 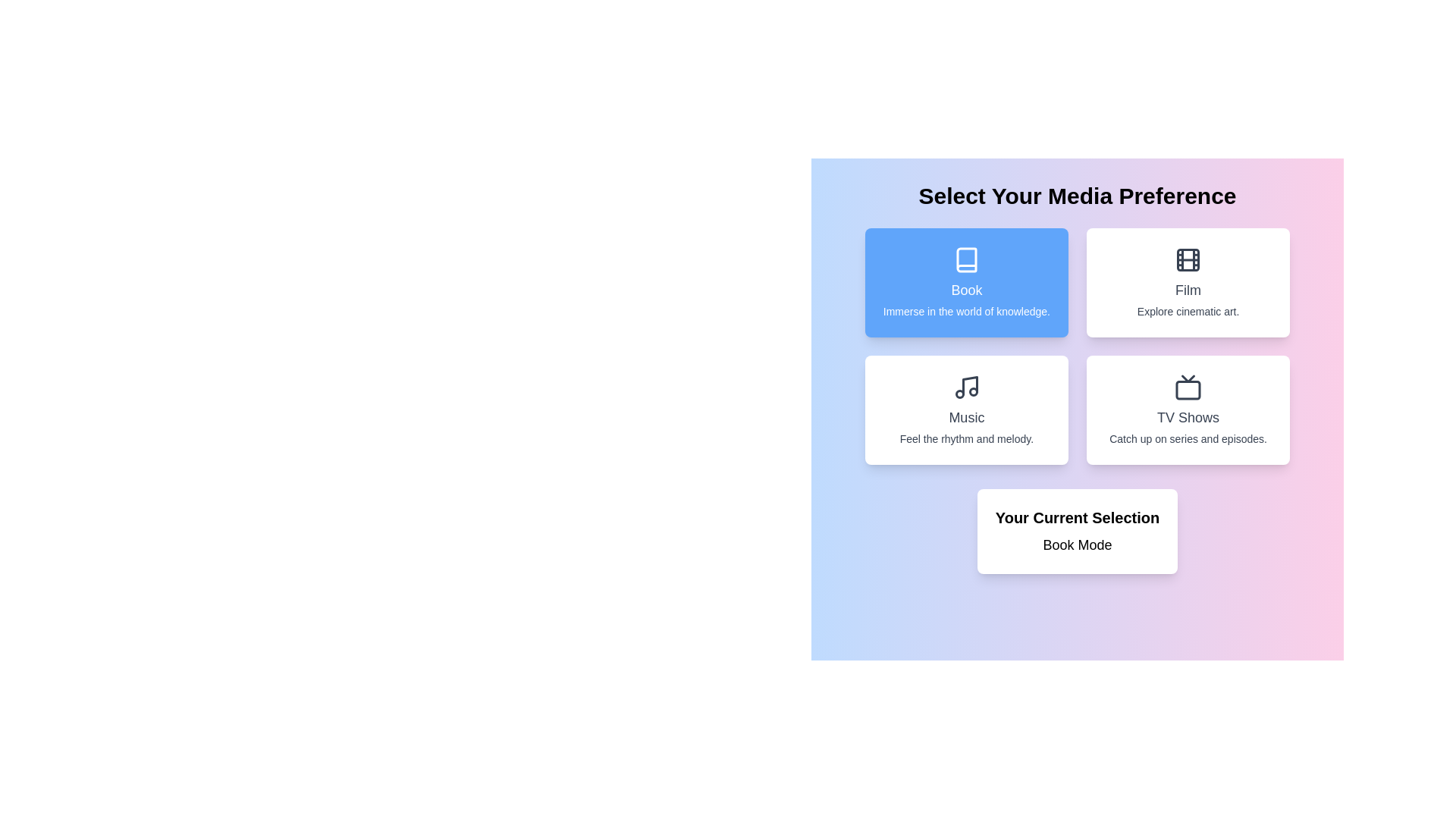 I want to click on the media preference Music by clicking on its corresponding button, so click(x=965, y=409).